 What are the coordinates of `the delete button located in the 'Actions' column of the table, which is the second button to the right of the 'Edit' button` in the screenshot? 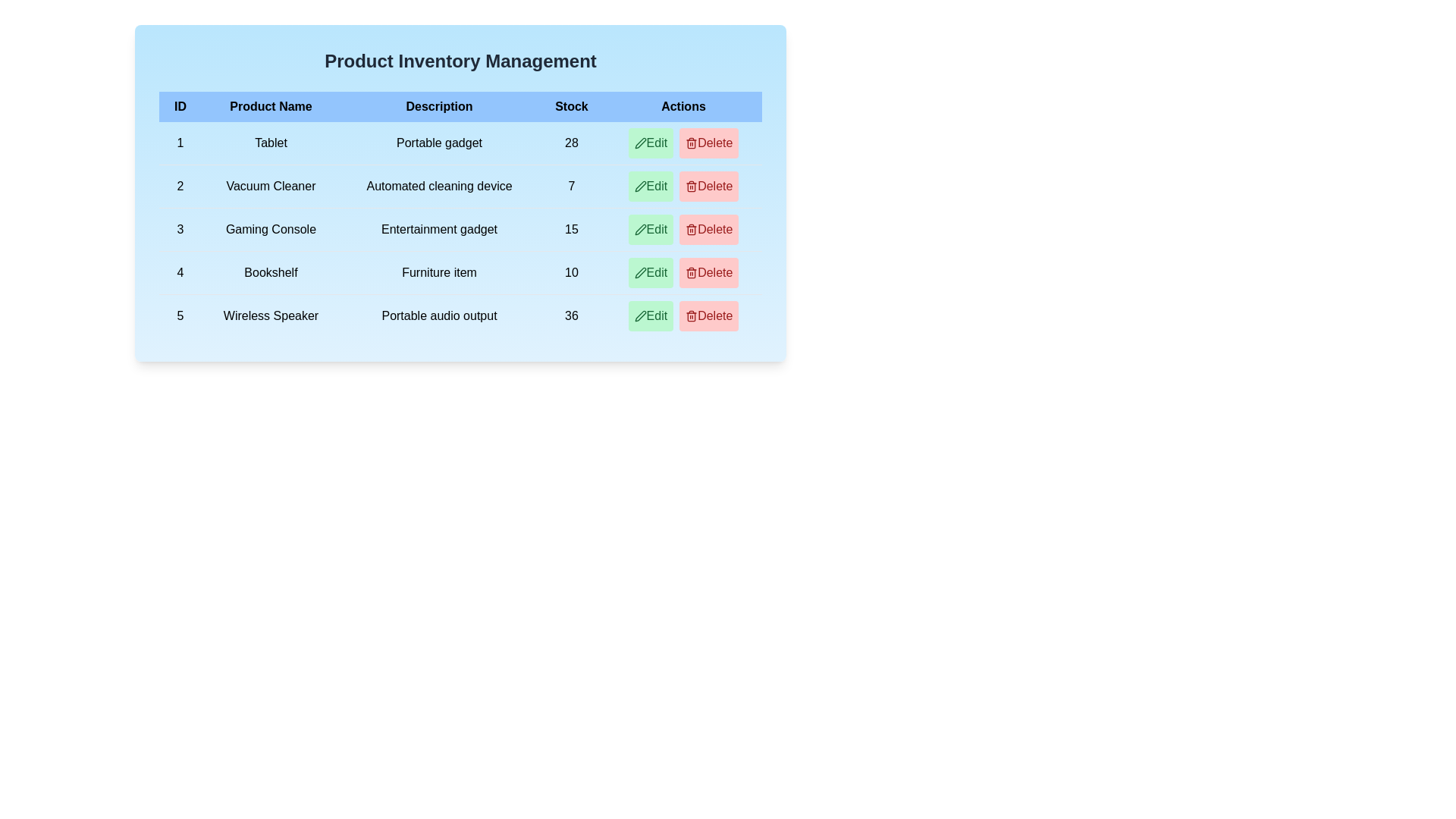 It's located at (708, 143).